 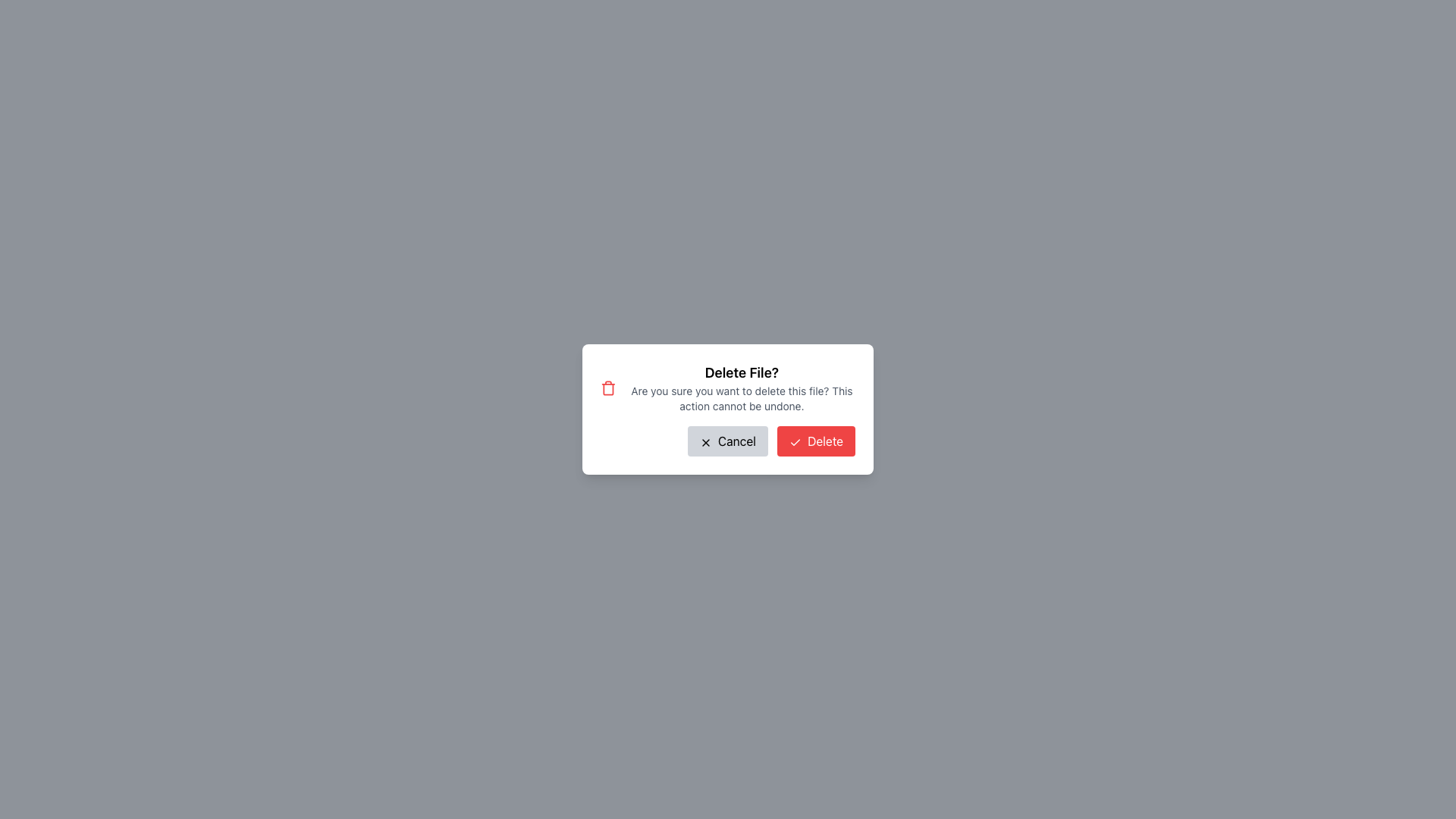 I want to click on the red trash can icon located at the top-left corner of the modal dialog, next to the text 'Delete File?', so click(x=608, y=388).